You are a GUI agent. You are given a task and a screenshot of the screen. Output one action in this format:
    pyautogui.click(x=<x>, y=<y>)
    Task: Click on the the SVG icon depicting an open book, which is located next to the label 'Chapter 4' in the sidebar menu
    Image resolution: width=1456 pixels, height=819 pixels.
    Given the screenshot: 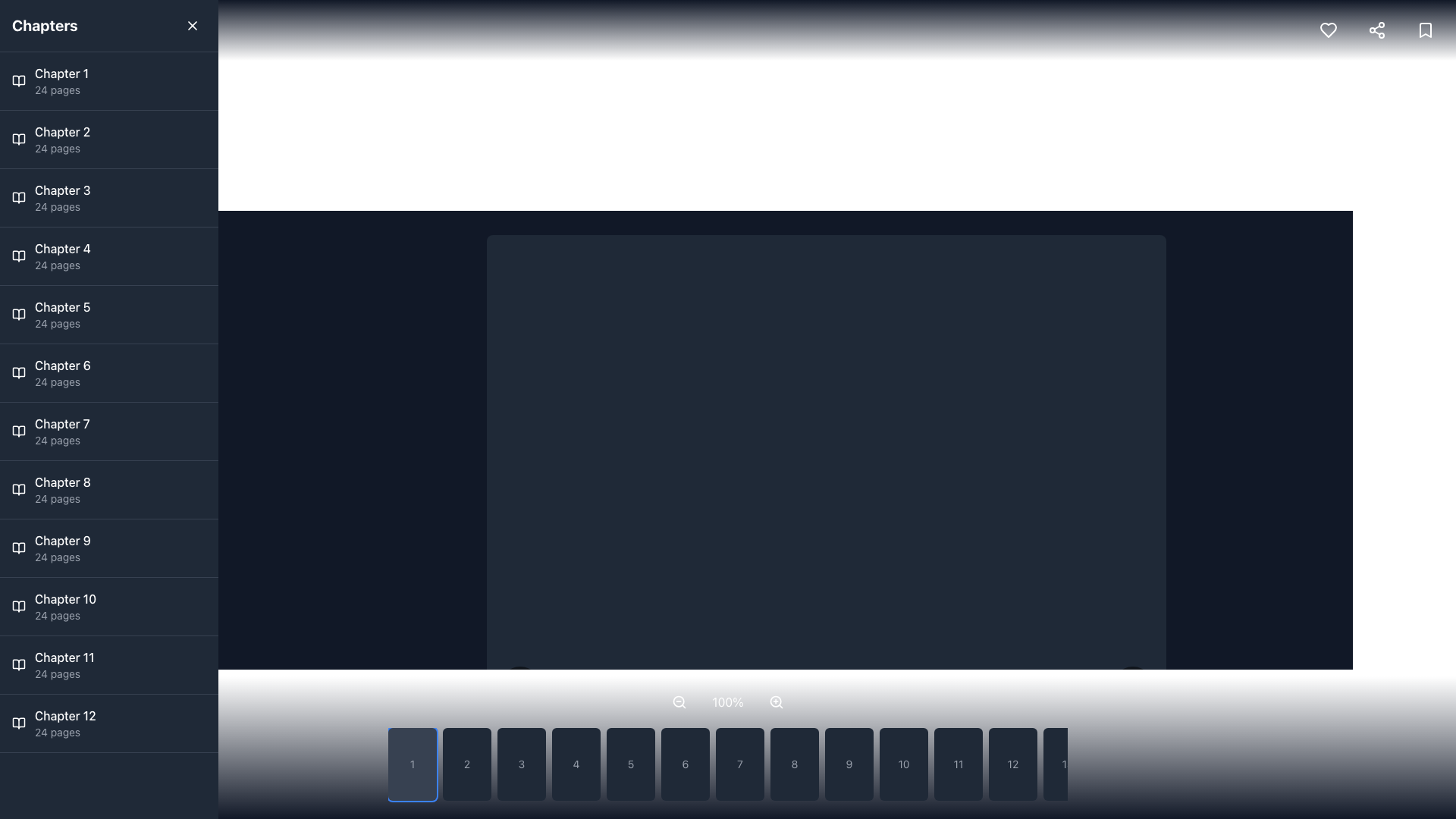 What is the action you would take?
    pyautogui.click(x=18, y=256)
    